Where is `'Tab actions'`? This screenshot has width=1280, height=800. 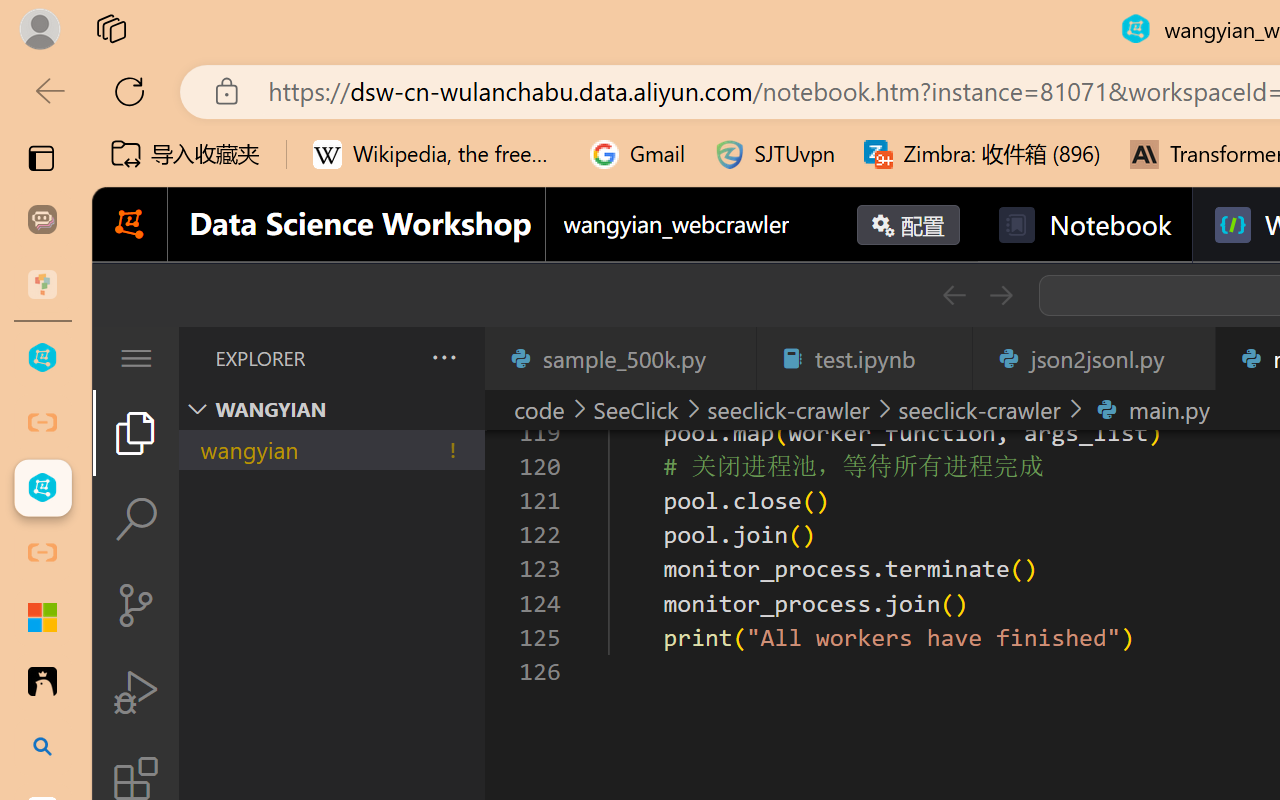 'Tab actions' is located at coordinates (1188, 358).